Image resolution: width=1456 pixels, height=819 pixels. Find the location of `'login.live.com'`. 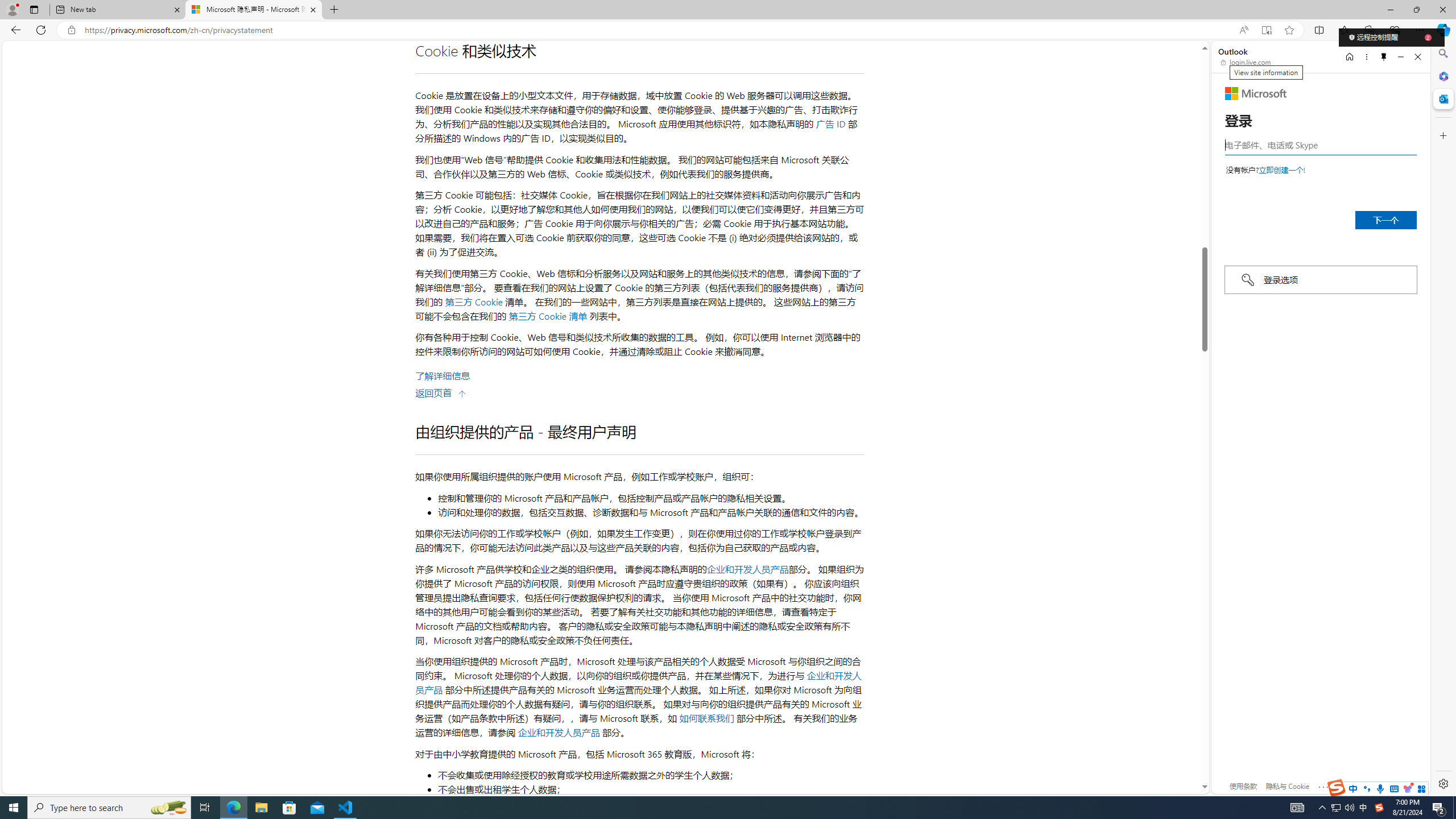

'login.live.com' is located at coordinates (1246, 61).